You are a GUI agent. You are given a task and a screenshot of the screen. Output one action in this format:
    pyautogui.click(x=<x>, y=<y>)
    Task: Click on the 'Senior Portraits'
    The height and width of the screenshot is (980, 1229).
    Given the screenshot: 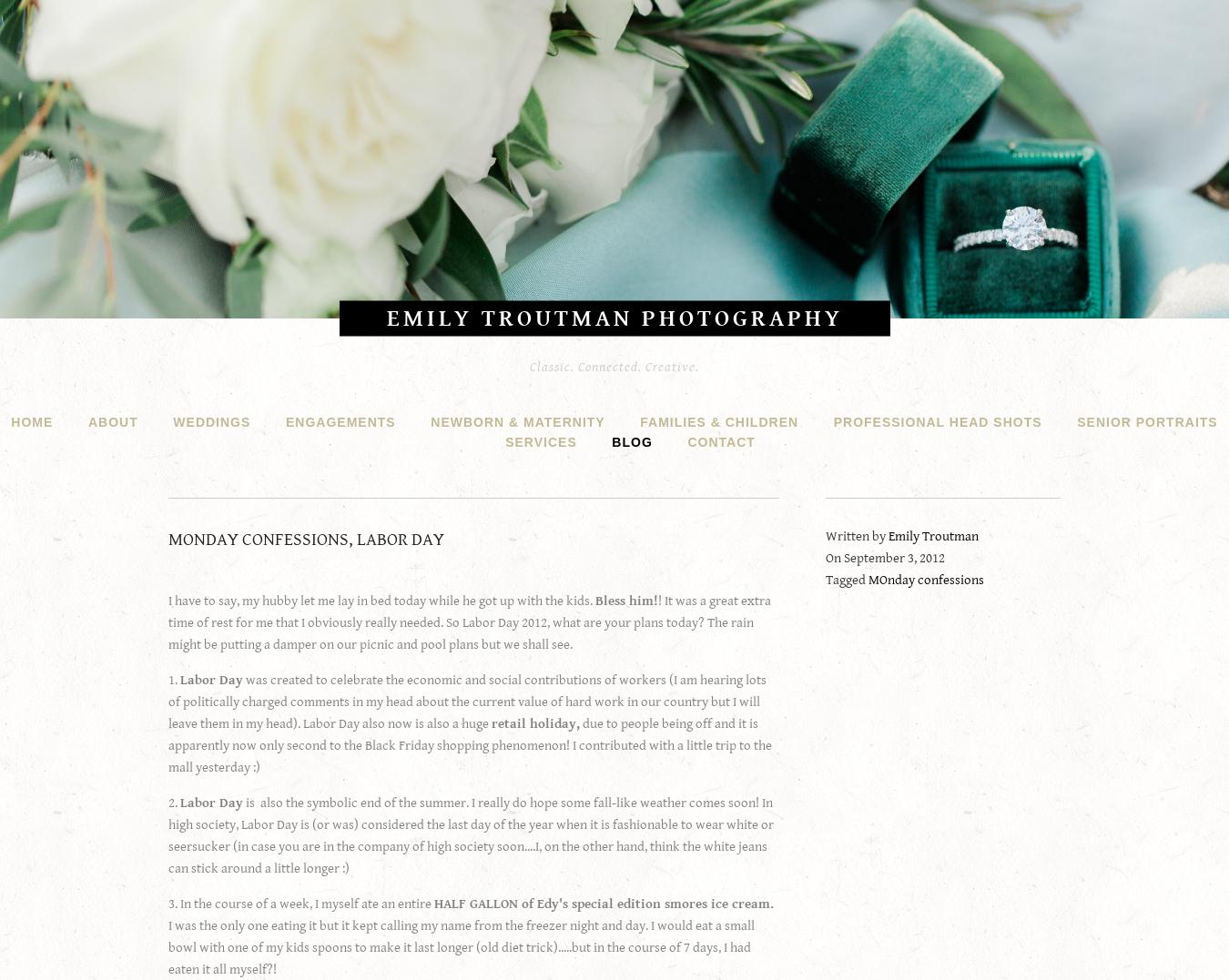 What is the action you would take?
    pyautogui.click(x=1076, y=421)
    